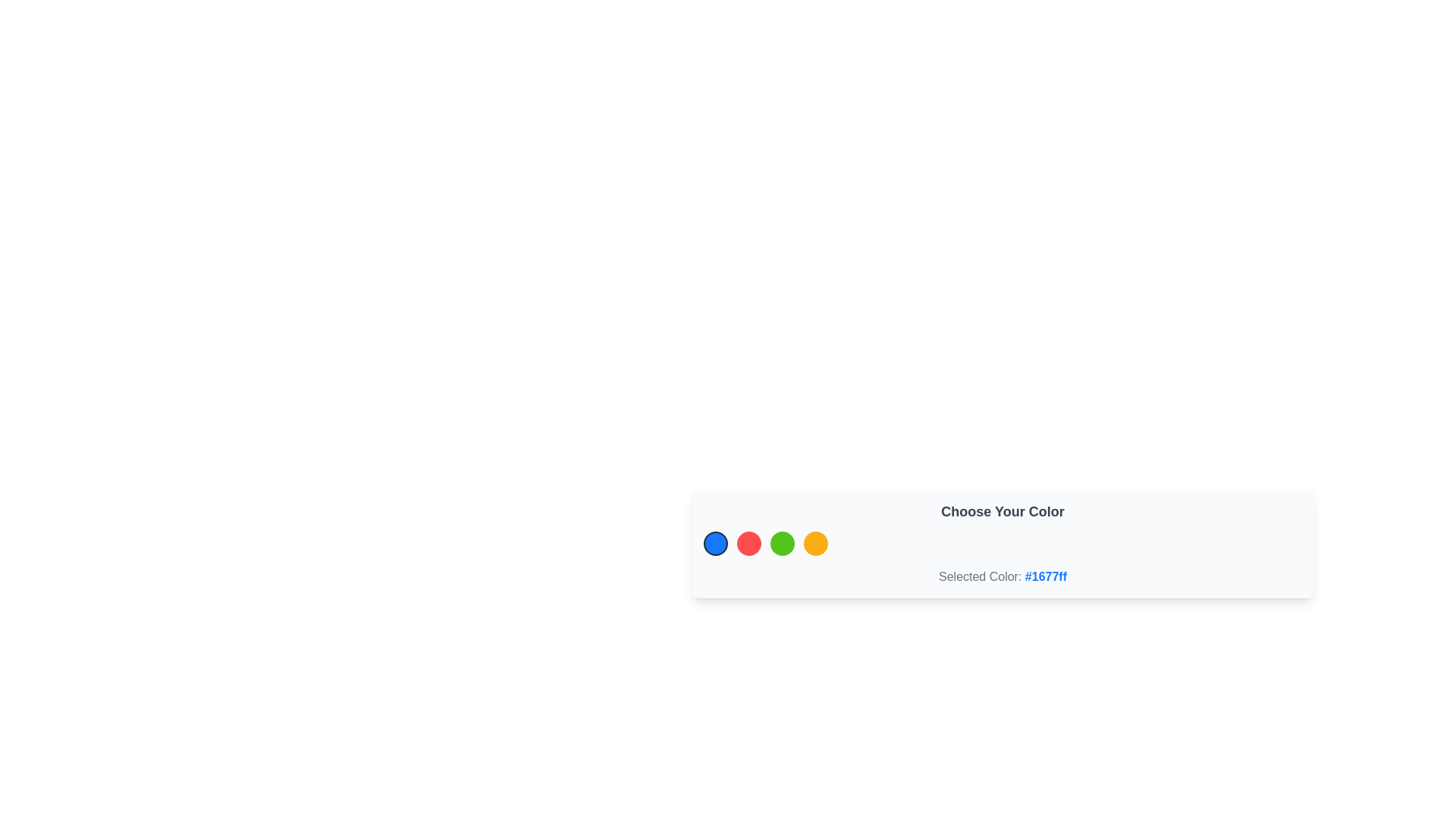 The height and width of the screenshot is (819, 1456). I want to click on the color selector circle in the Stack of interactive color selectors, so click(1003, 543).